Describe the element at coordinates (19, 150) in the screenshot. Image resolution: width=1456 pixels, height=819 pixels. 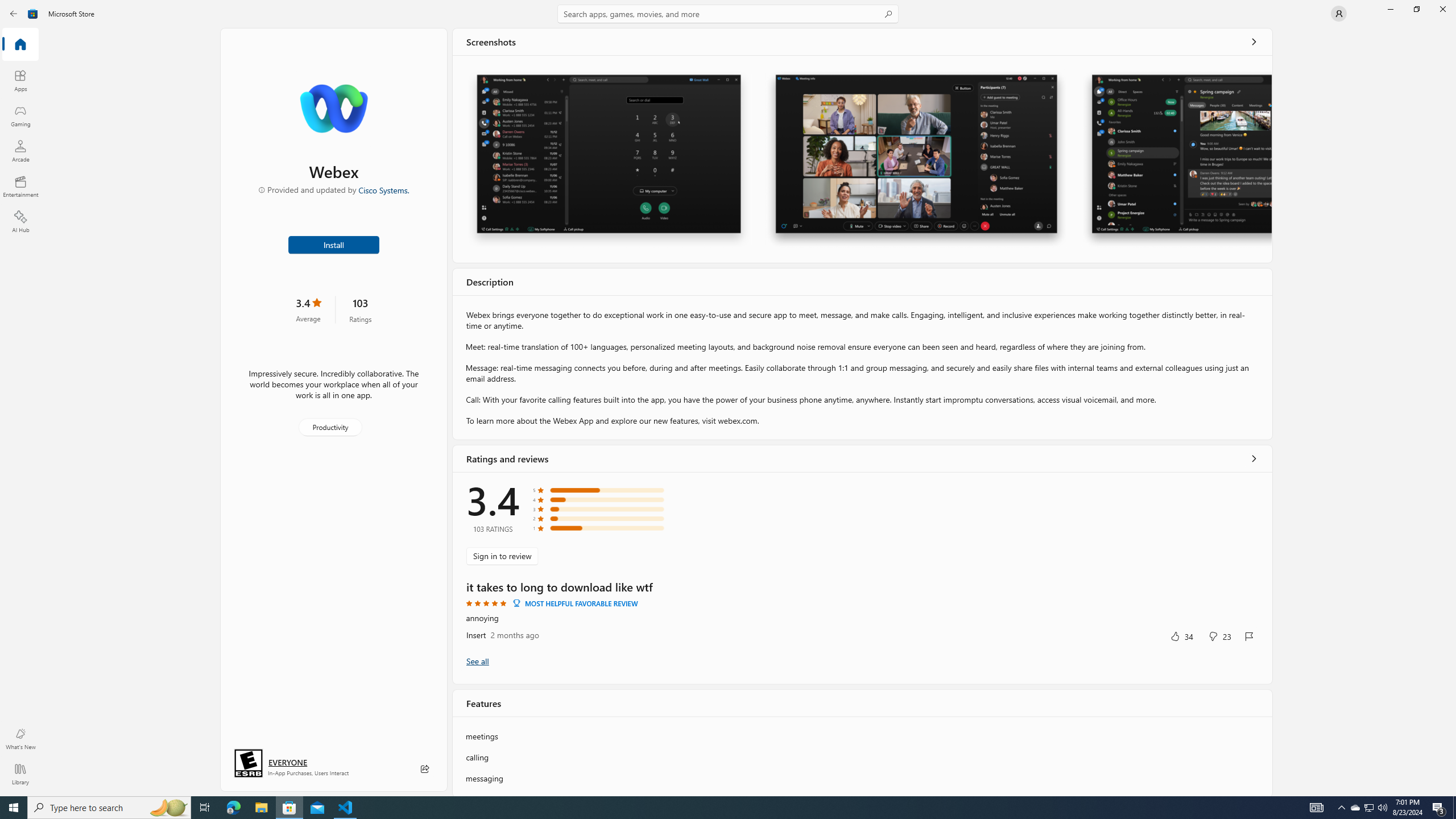
I see `'Arcade'` at that location.